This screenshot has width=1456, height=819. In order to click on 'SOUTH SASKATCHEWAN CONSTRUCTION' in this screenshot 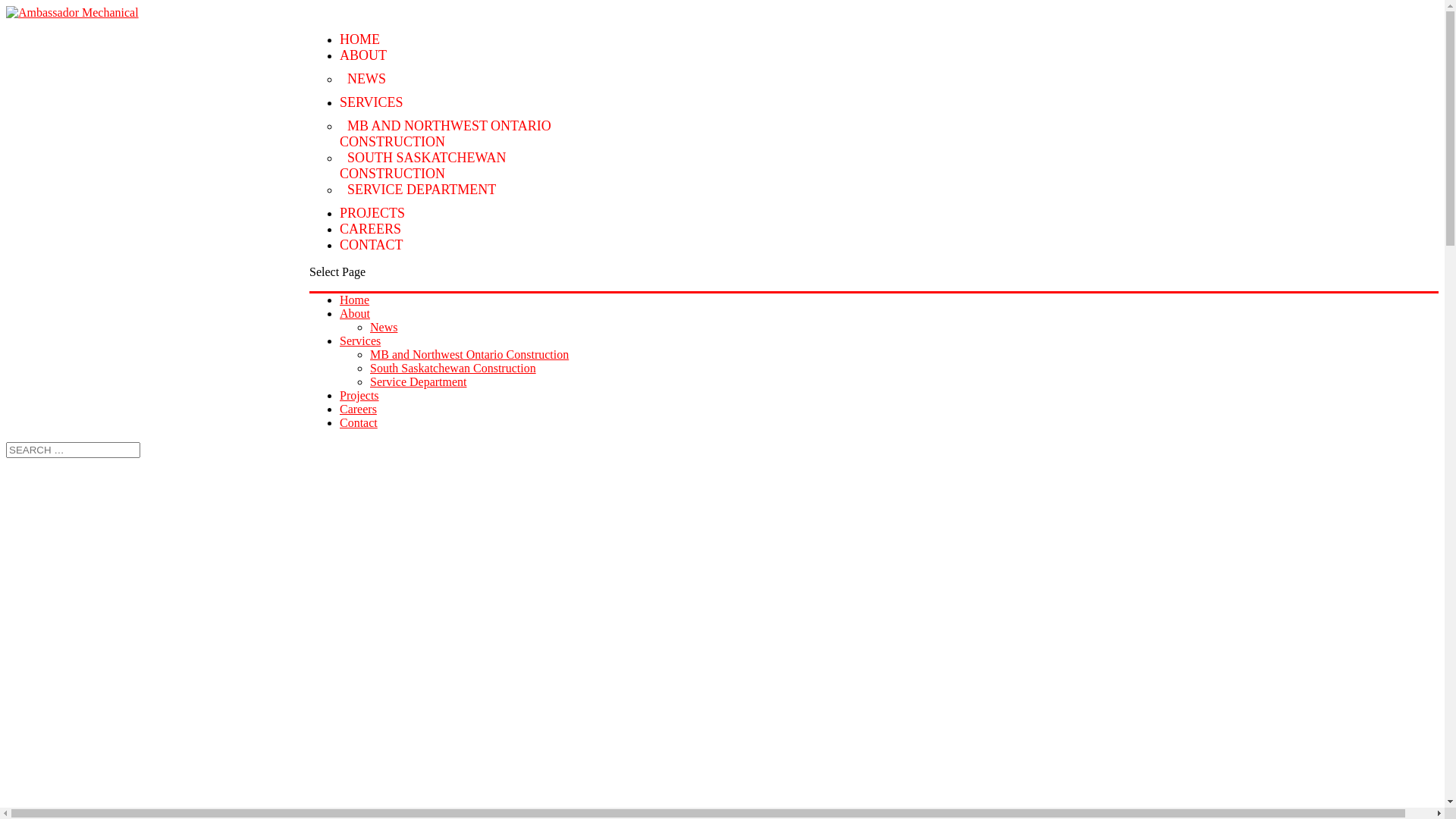, I will do `click(422, 165)`.